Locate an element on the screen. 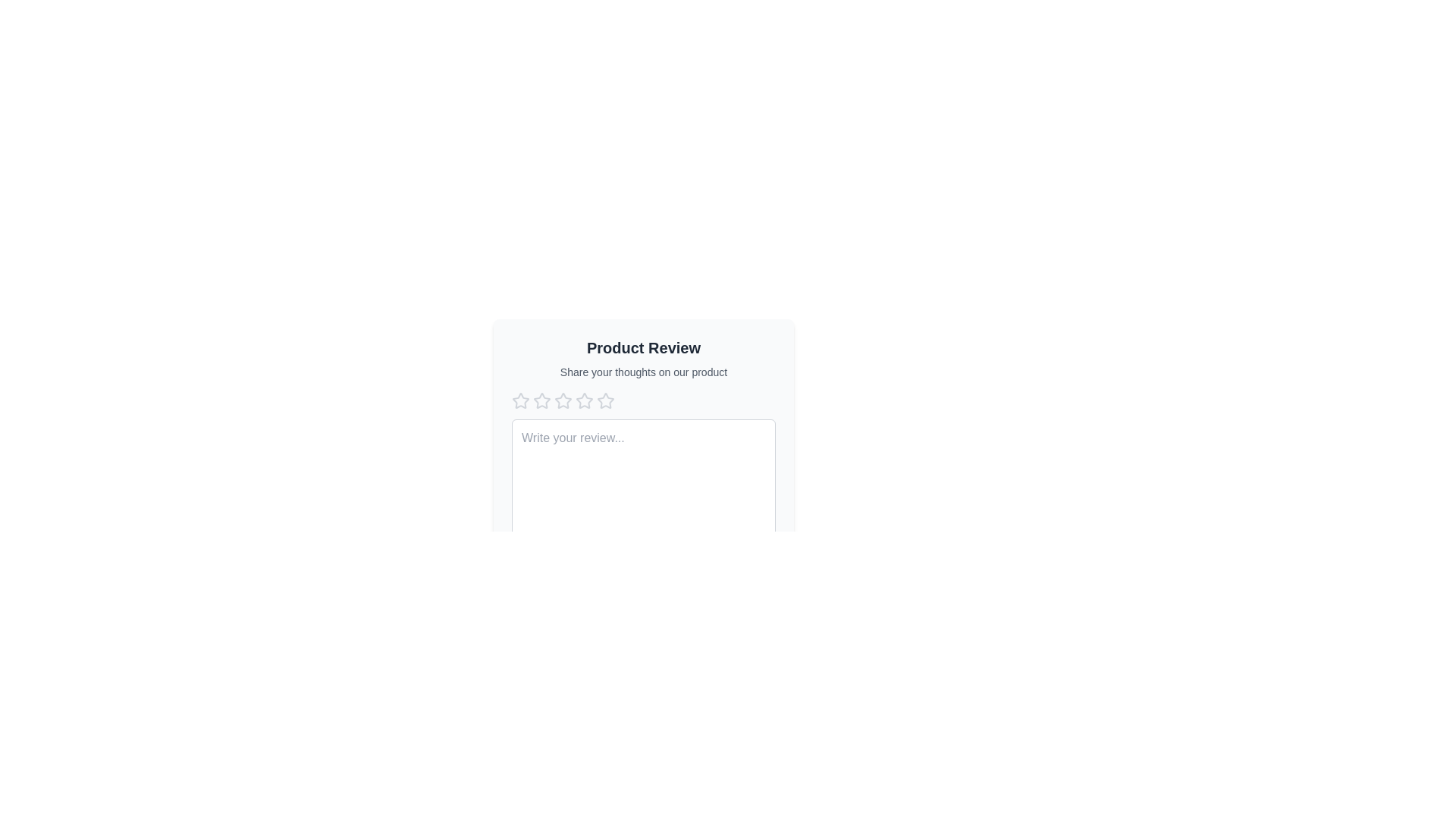 The height and width of the screenshot is (819, 1456). the third star-shaped icon with a hollow outline and gray color, used for ratings in the 'Product Review' section is located at coordinates (604, 400).